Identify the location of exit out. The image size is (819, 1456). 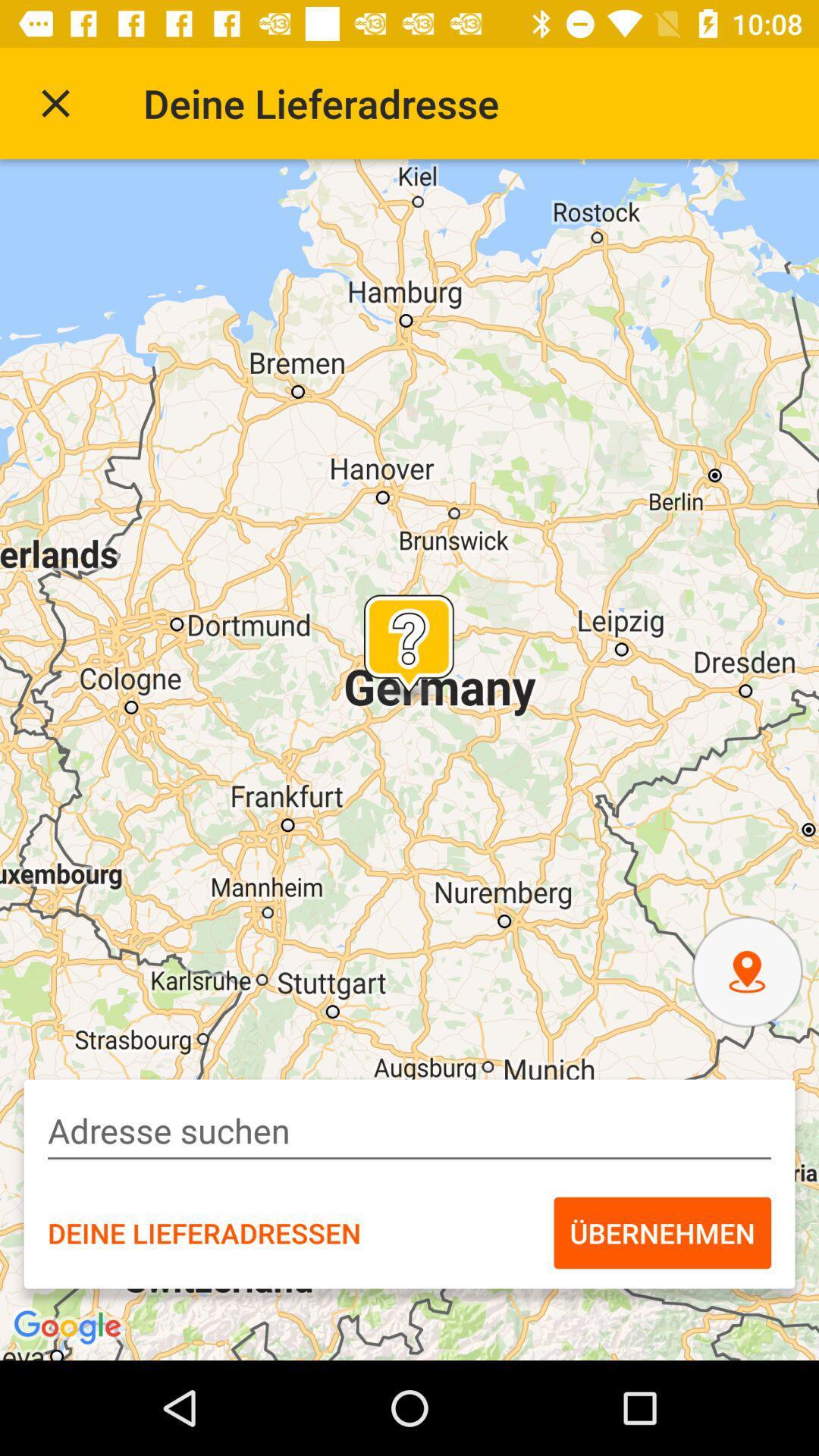
(55, 102).